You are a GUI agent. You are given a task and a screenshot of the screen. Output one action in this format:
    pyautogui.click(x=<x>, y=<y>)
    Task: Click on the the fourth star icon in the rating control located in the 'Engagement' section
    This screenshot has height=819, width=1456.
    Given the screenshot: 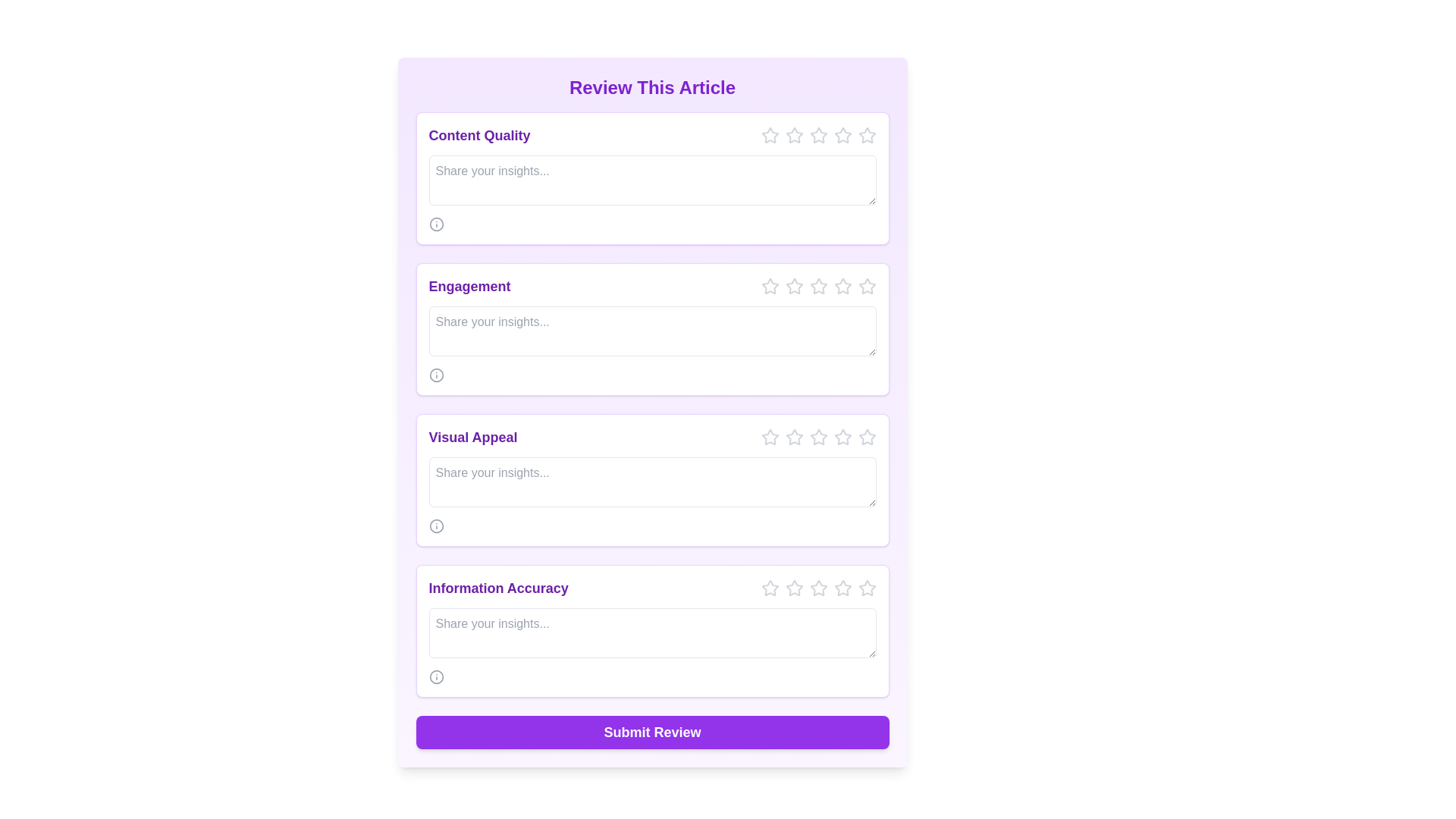 What is the action you would take?
    pyautogui.click(x=817, y=287)
    